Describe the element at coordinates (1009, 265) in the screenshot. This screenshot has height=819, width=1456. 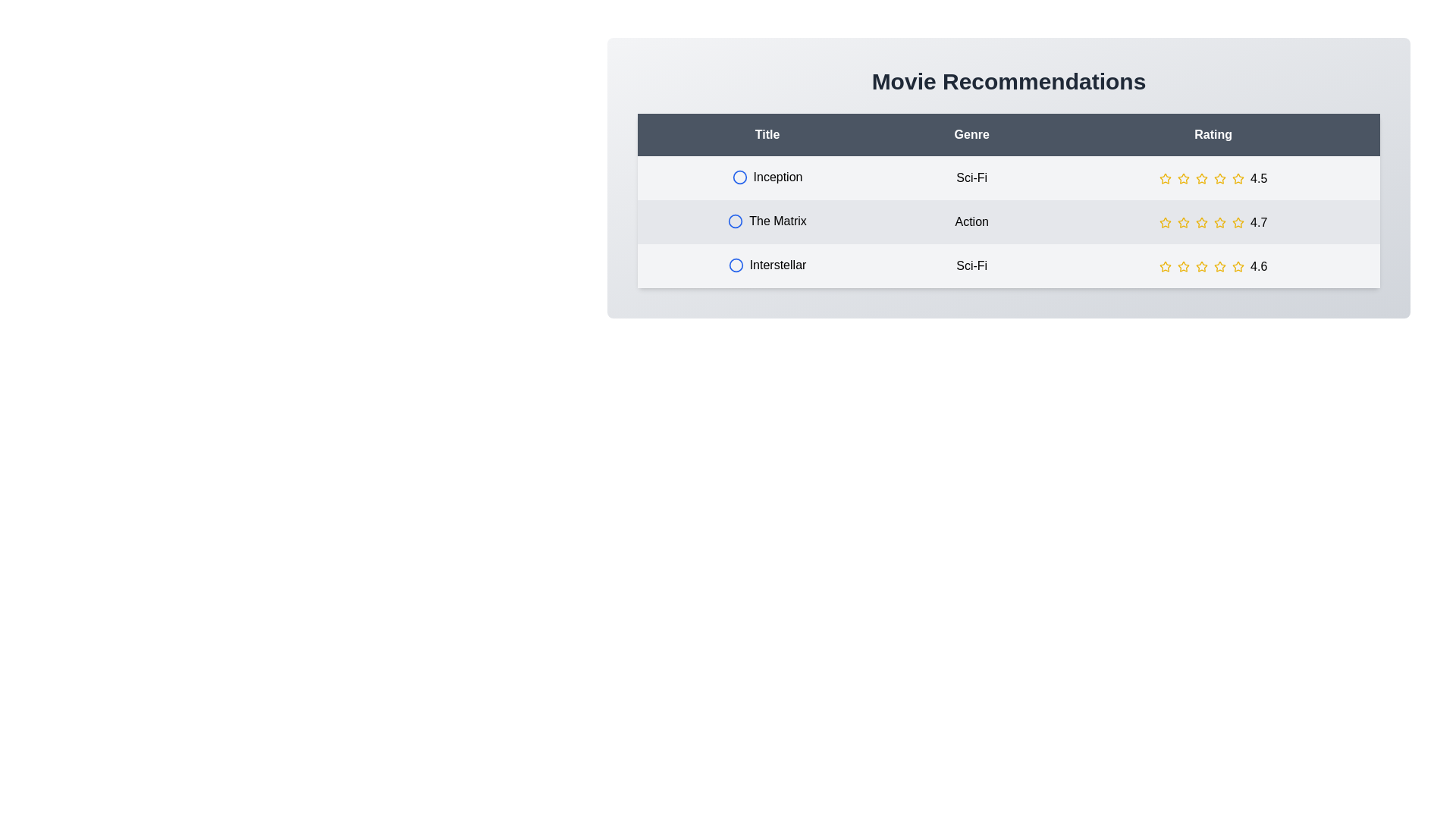
I see `the row corresponding to Interstellar` at that location.